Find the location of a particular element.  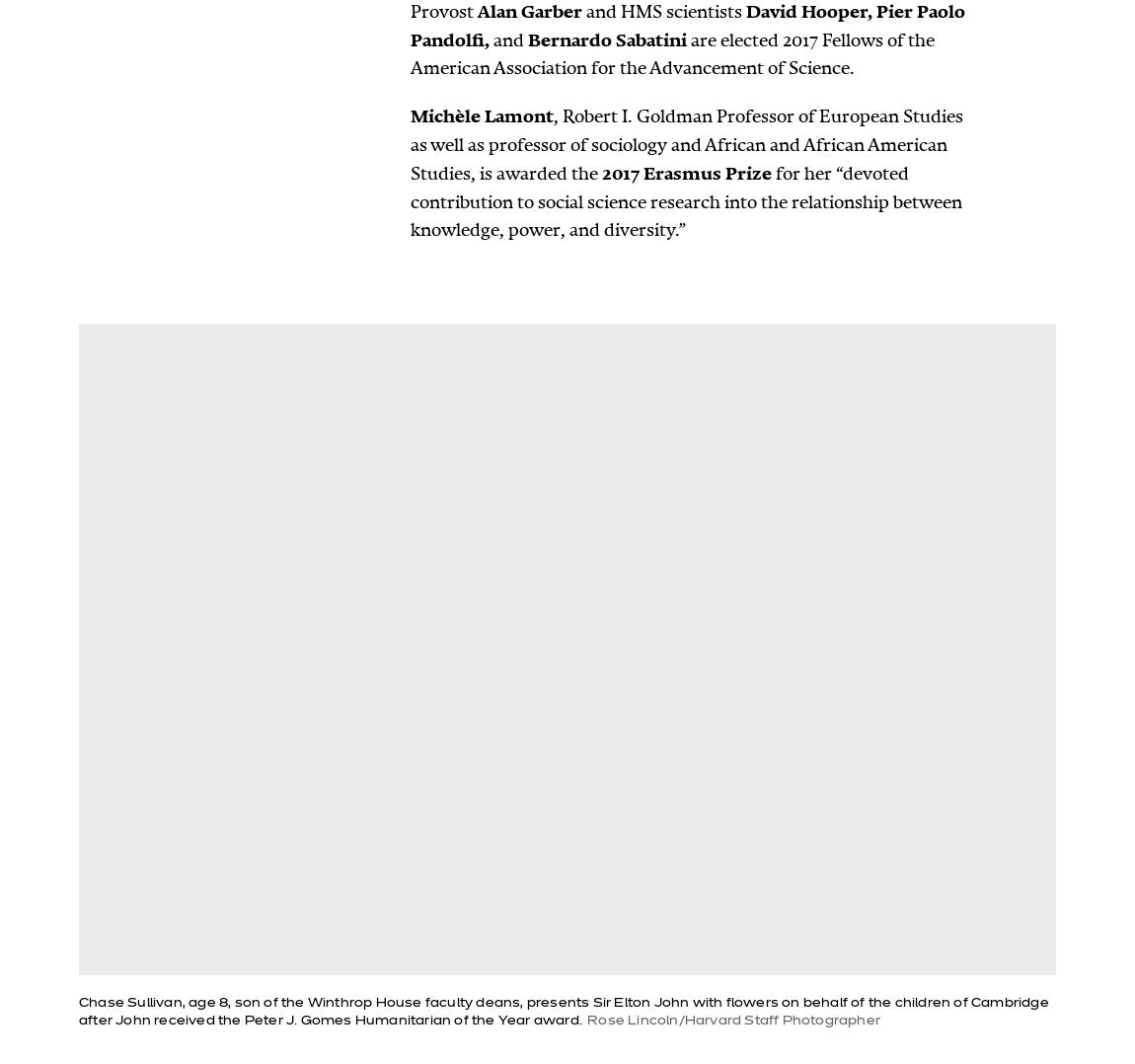

'Chase Sullivan, age 8, son of the Winthrop House faculty deans, presents Sir Elton John with flowers on behalf of the children of Cambridge after John received the Peter J. Gomes Humanitarian of the Year award.' is located at coordinates (563, 1012).